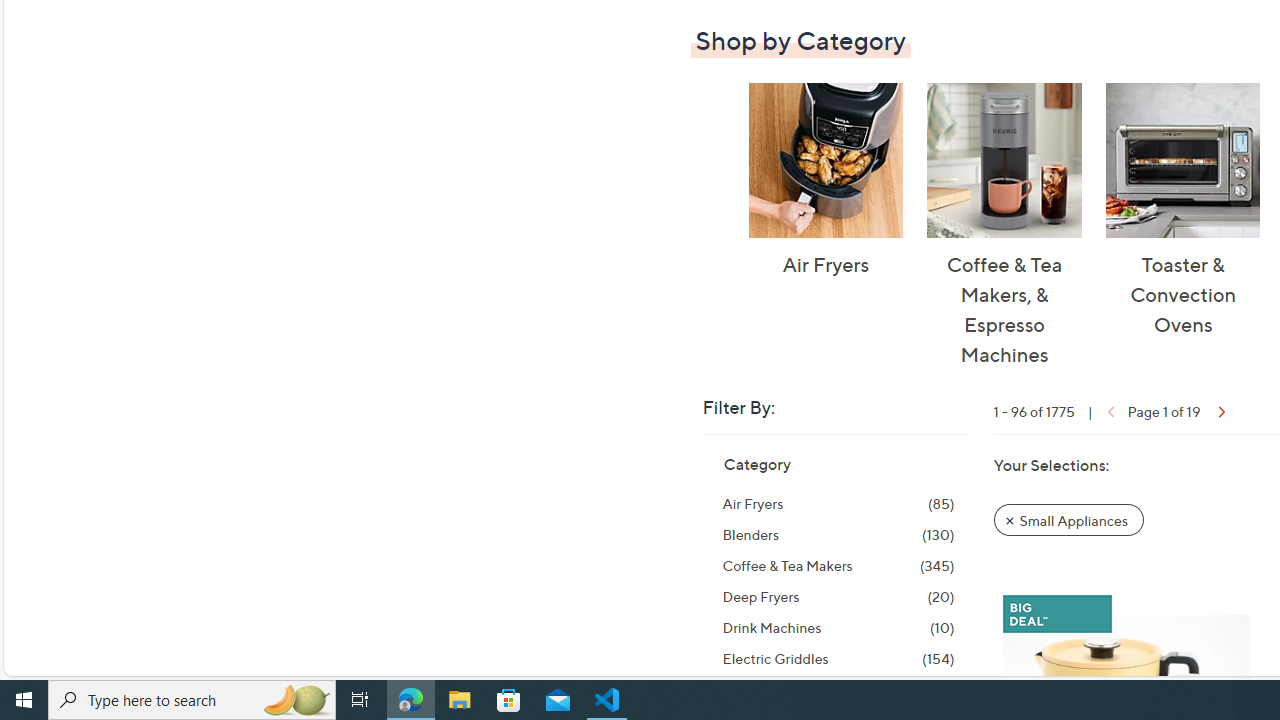 The image size is (1280, 720). Describe the element at coordinates (825, 181) in the screenshot. I see `'Air Fryers Air Fryers'` at that location.